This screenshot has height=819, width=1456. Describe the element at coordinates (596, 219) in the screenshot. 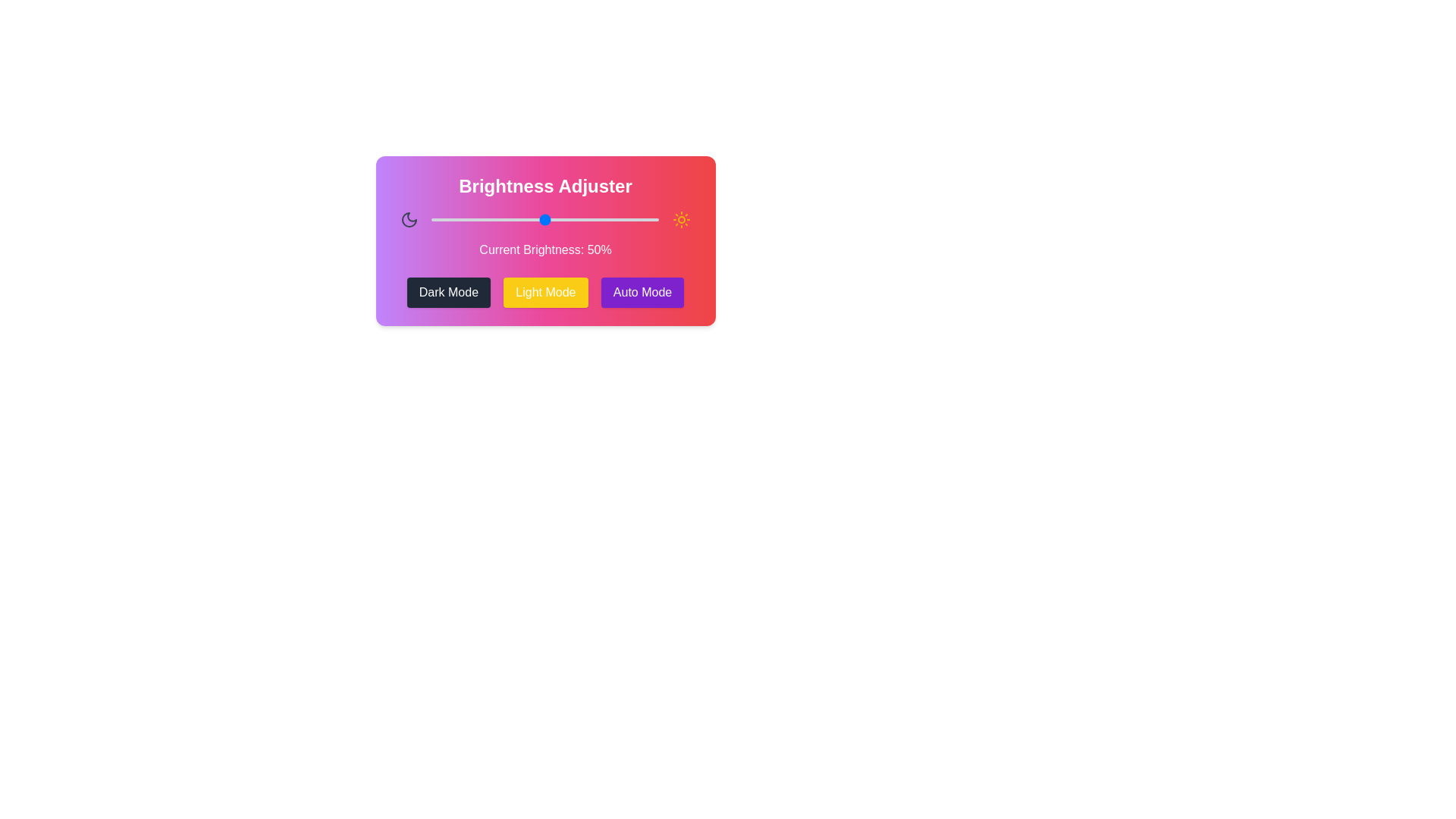

I see `the brightness slider to 73%` at that location.